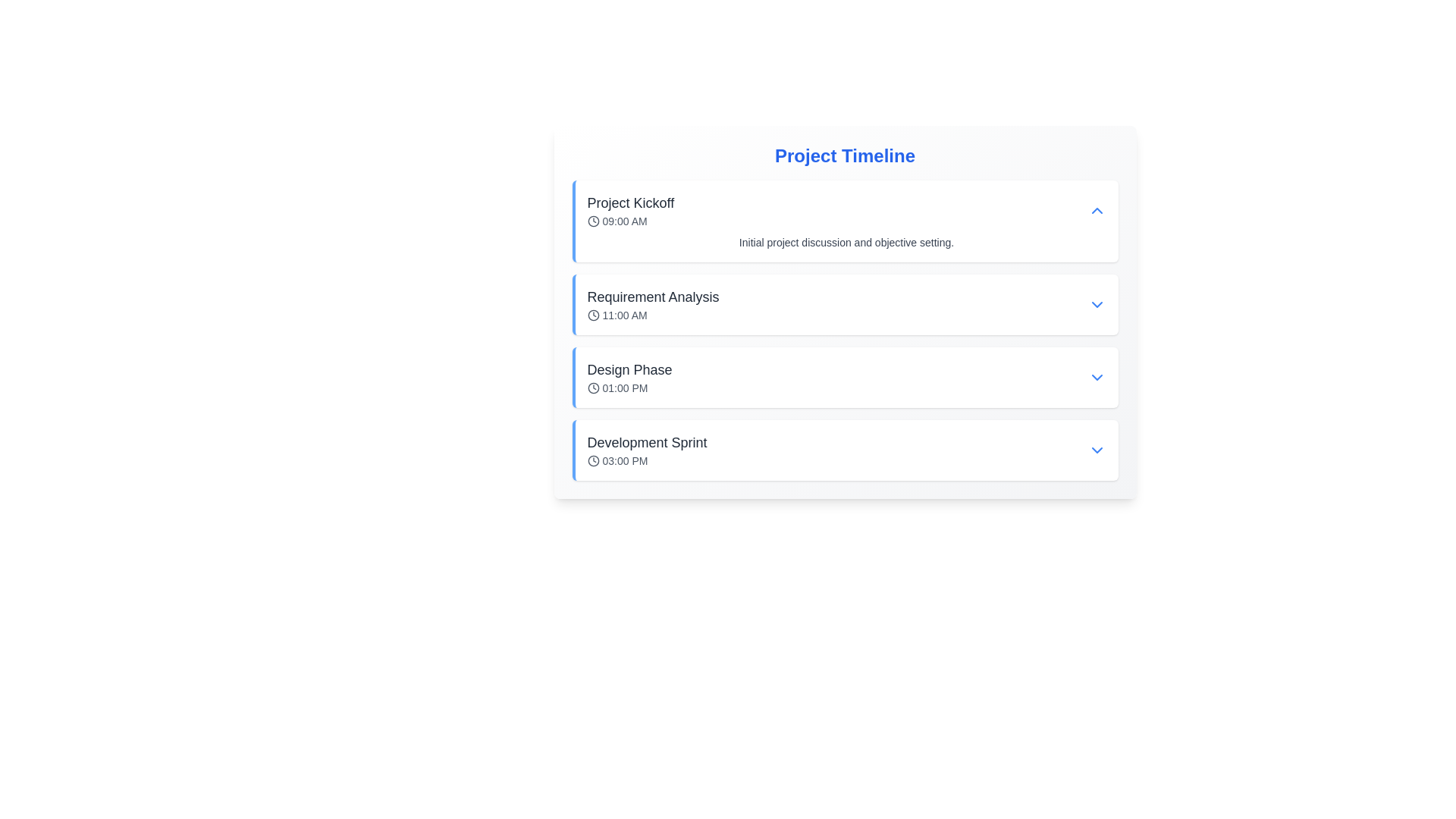  Describe the element at coordinates (629, 370) in the screenshot. I see `the text label displaying 'Design Phase' in a bold font, which is visually distinct as a section title and centrally aligned with other timeline entries` at that location.